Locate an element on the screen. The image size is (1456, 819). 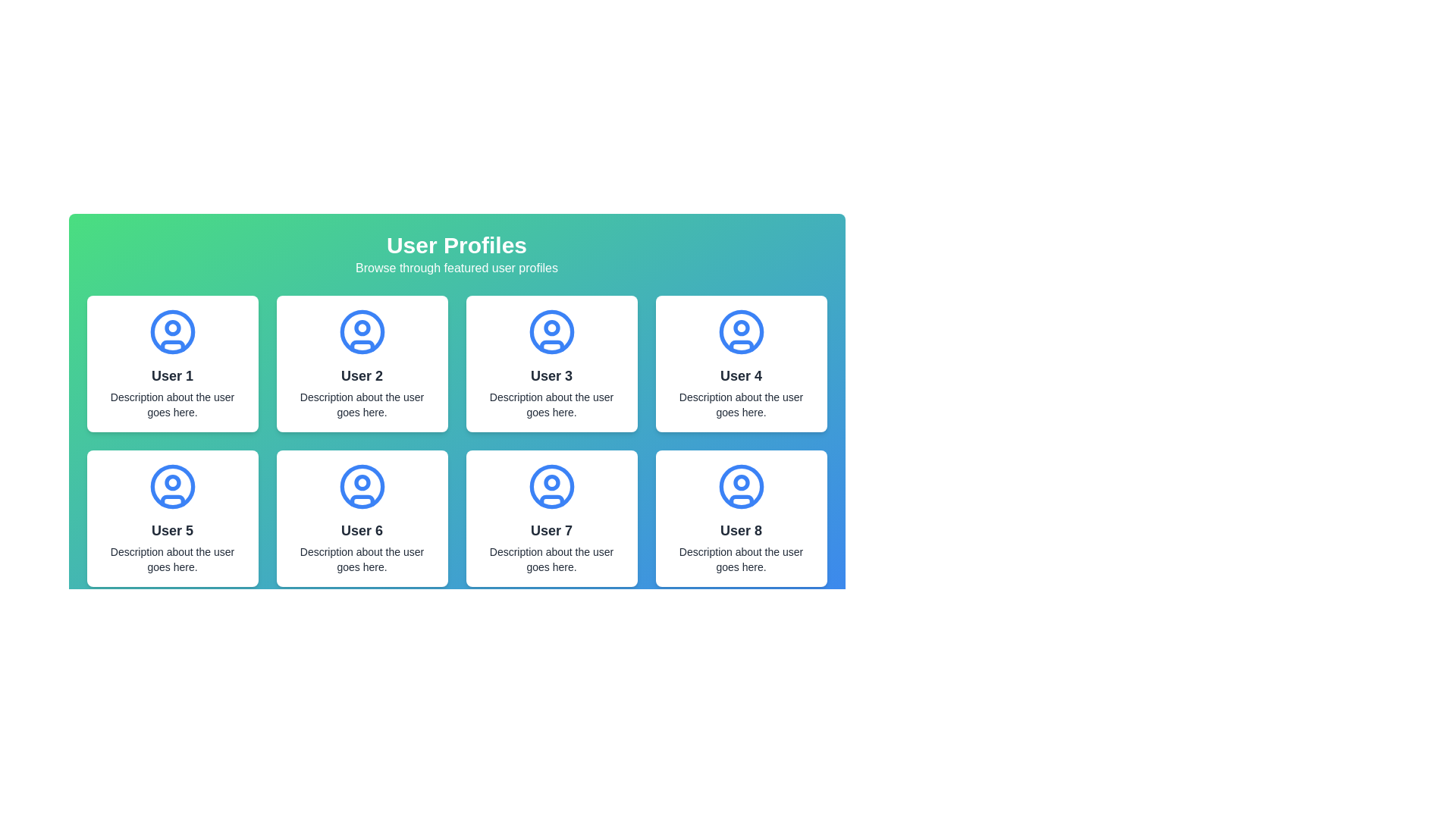
the text label displaying 'User 7' located in the seventh user profile card, positioned below the user avatar is located at coordinates (551, 529).